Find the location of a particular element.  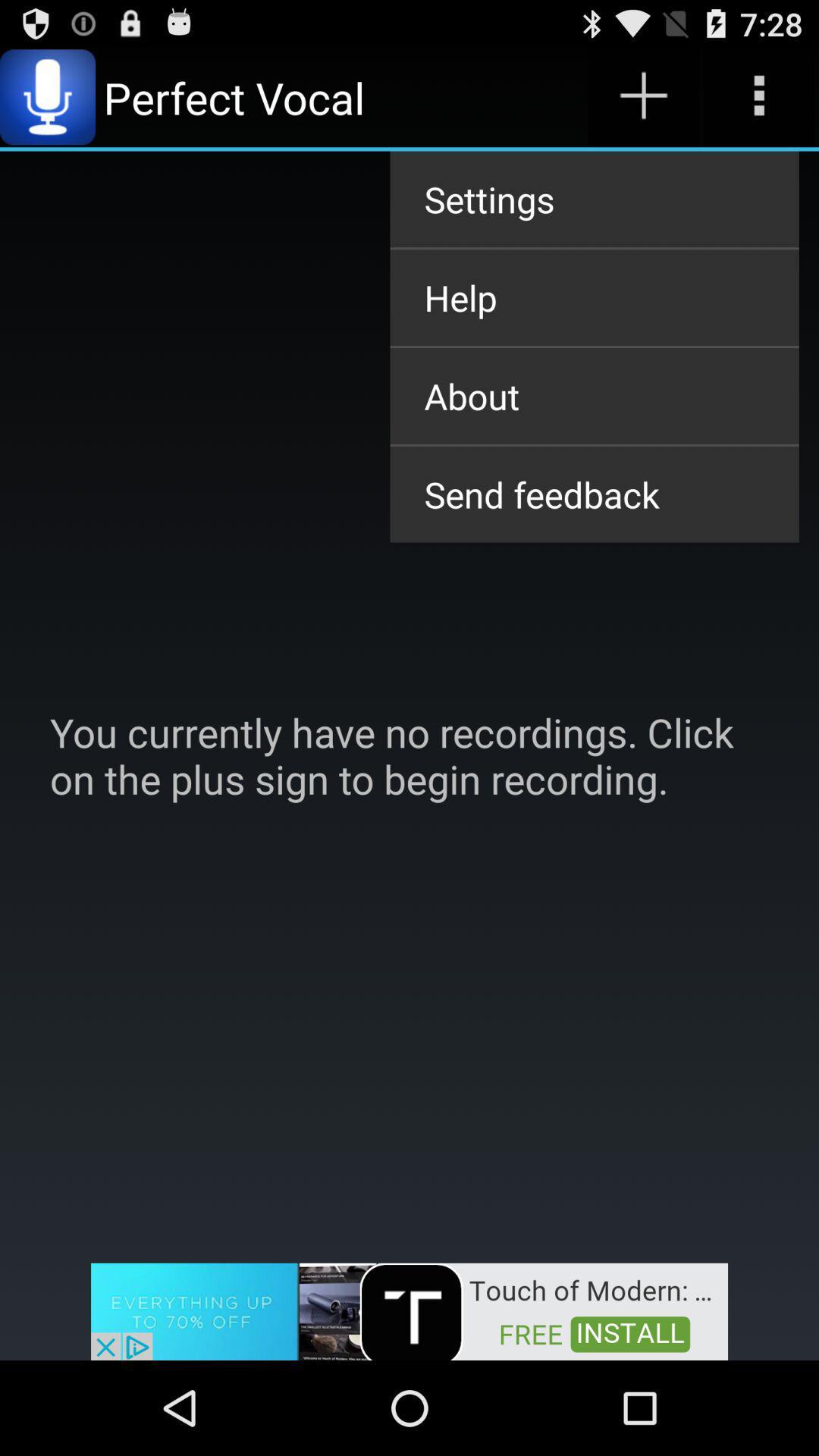

record is located at coordinates (643, 96).